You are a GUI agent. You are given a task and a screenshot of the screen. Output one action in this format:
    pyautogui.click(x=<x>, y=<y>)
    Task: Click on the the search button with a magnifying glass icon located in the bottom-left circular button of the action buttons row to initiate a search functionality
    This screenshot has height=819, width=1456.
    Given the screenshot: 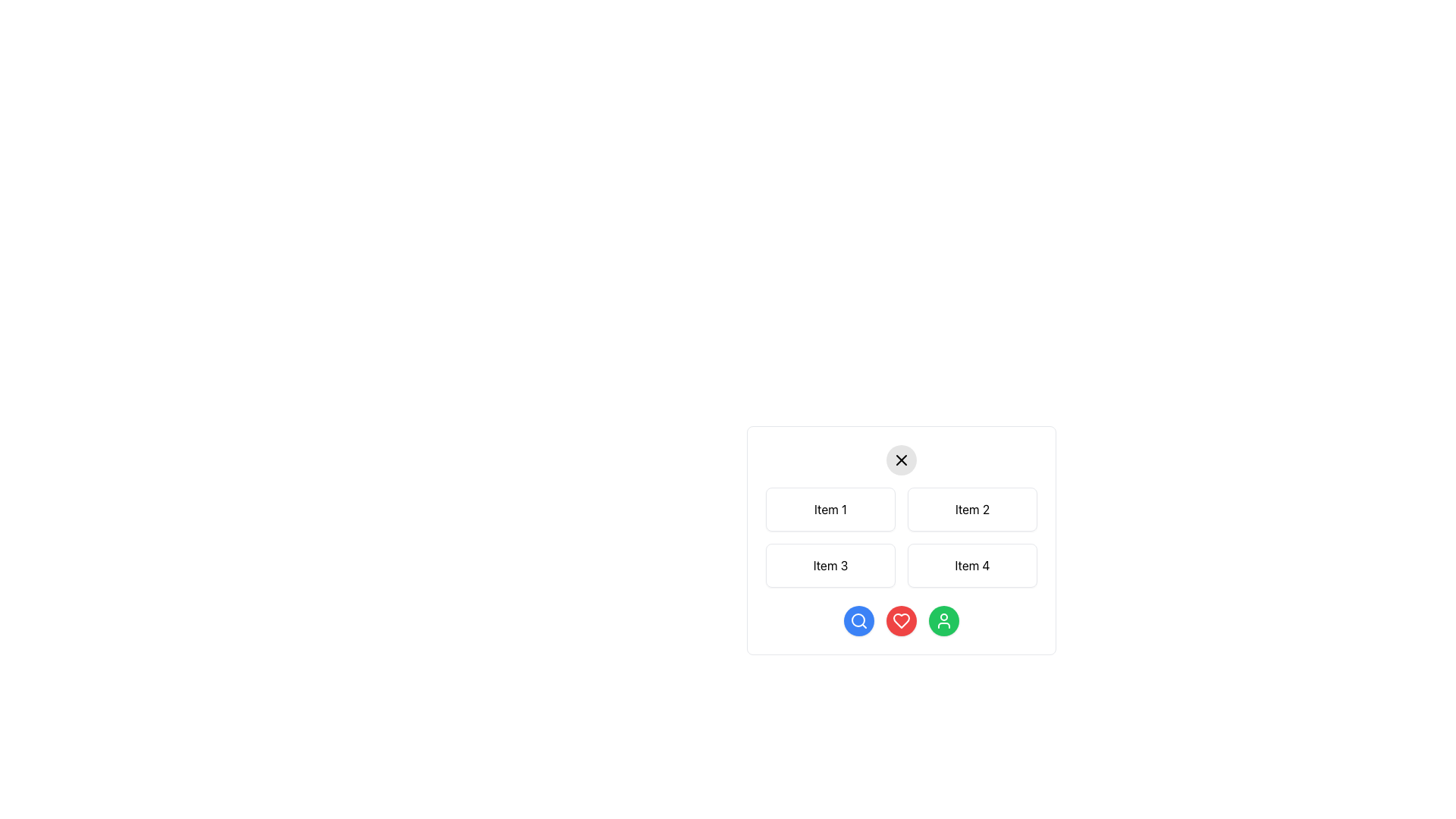 What is the action you would take?
    pyautogui.click(x=858, y=620)
    